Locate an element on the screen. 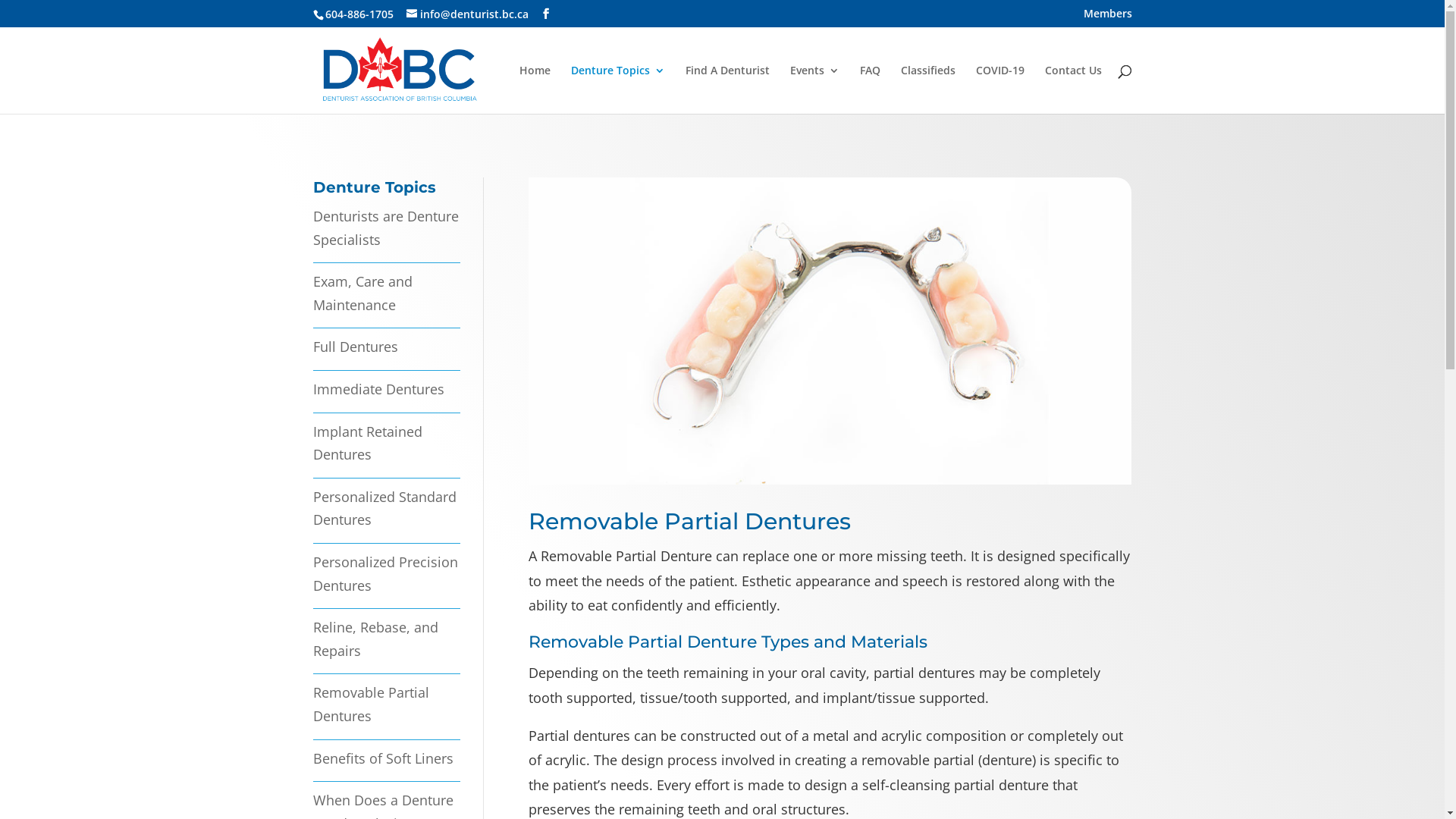  'Immediate Dentures' is located at coordinates (378, 388).